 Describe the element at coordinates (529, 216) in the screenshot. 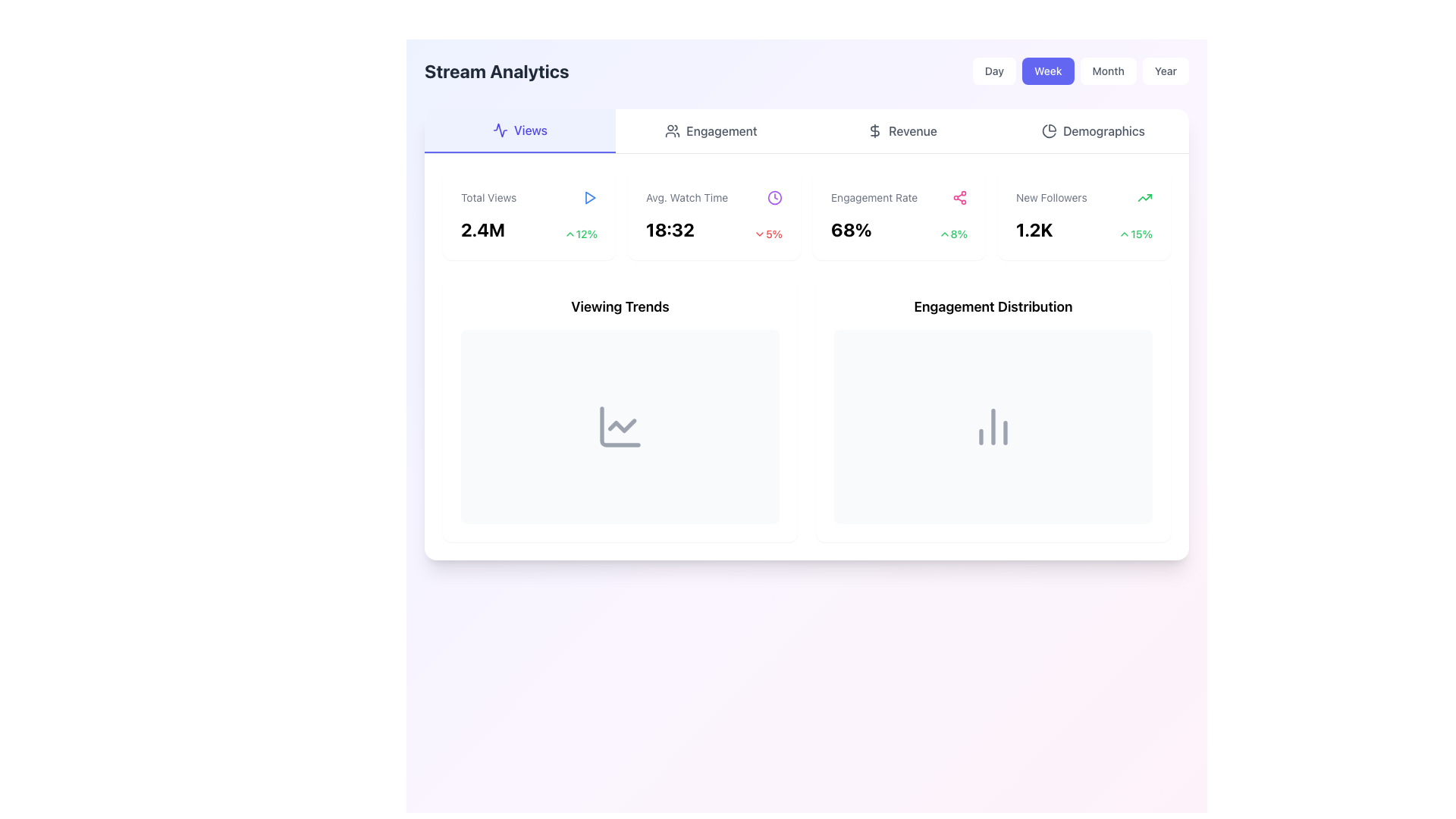

I see `data displayed on the Informational card that shows 'Total Views' with the value '2.4M' and the percentage change of '+12%' in the bottom right corner` at that location.